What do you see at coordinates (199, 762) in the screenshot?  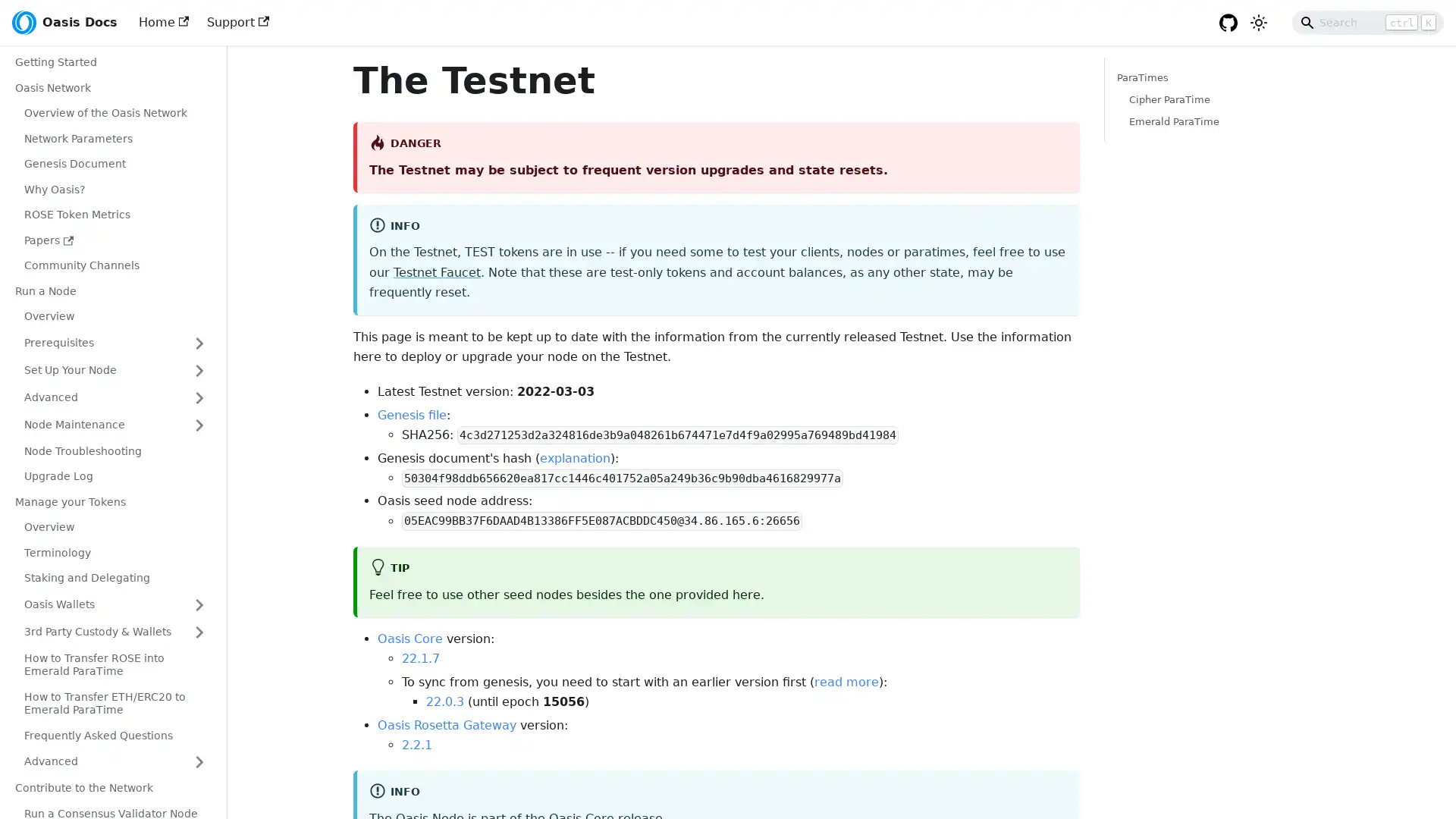 I see `Toggle the collapsible sidebar category 'Advanced'` at bounding box center [199, 762].